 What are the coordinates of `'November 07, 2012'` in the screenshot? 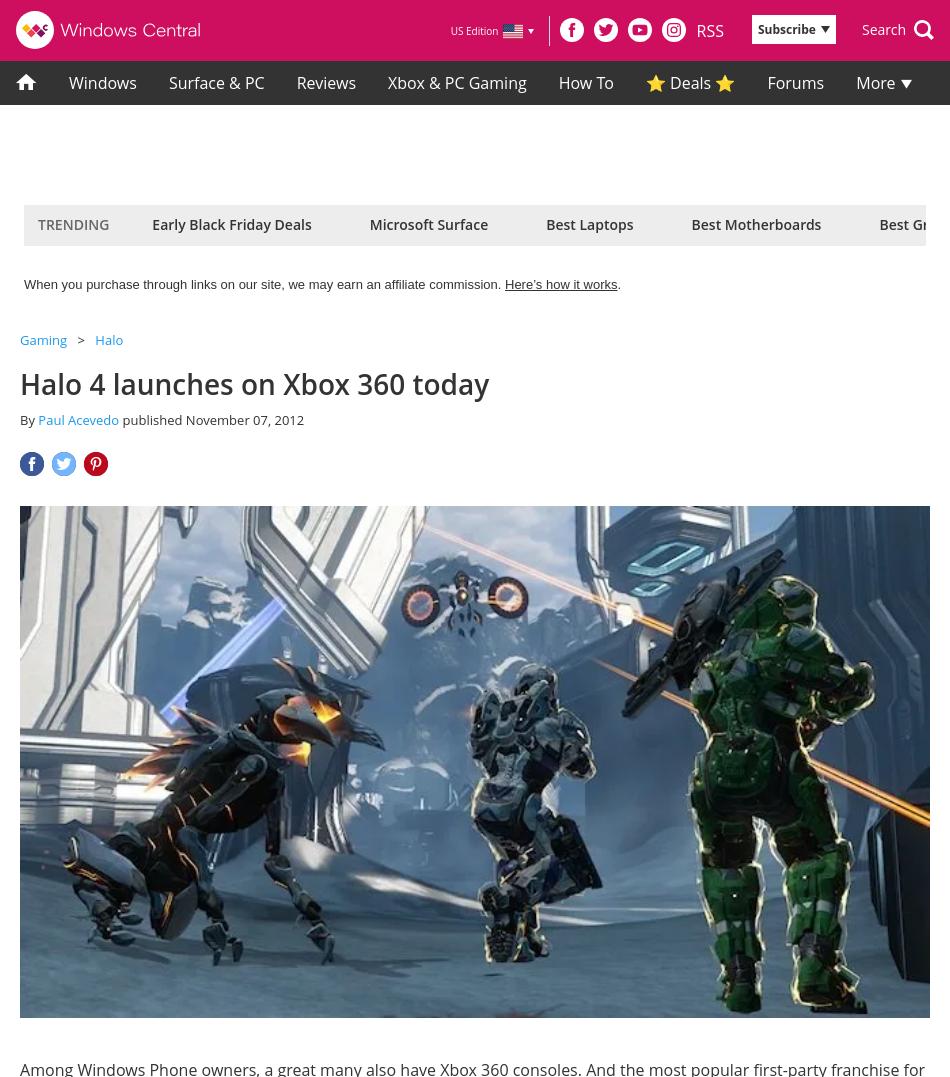 It's located at (243, 419).